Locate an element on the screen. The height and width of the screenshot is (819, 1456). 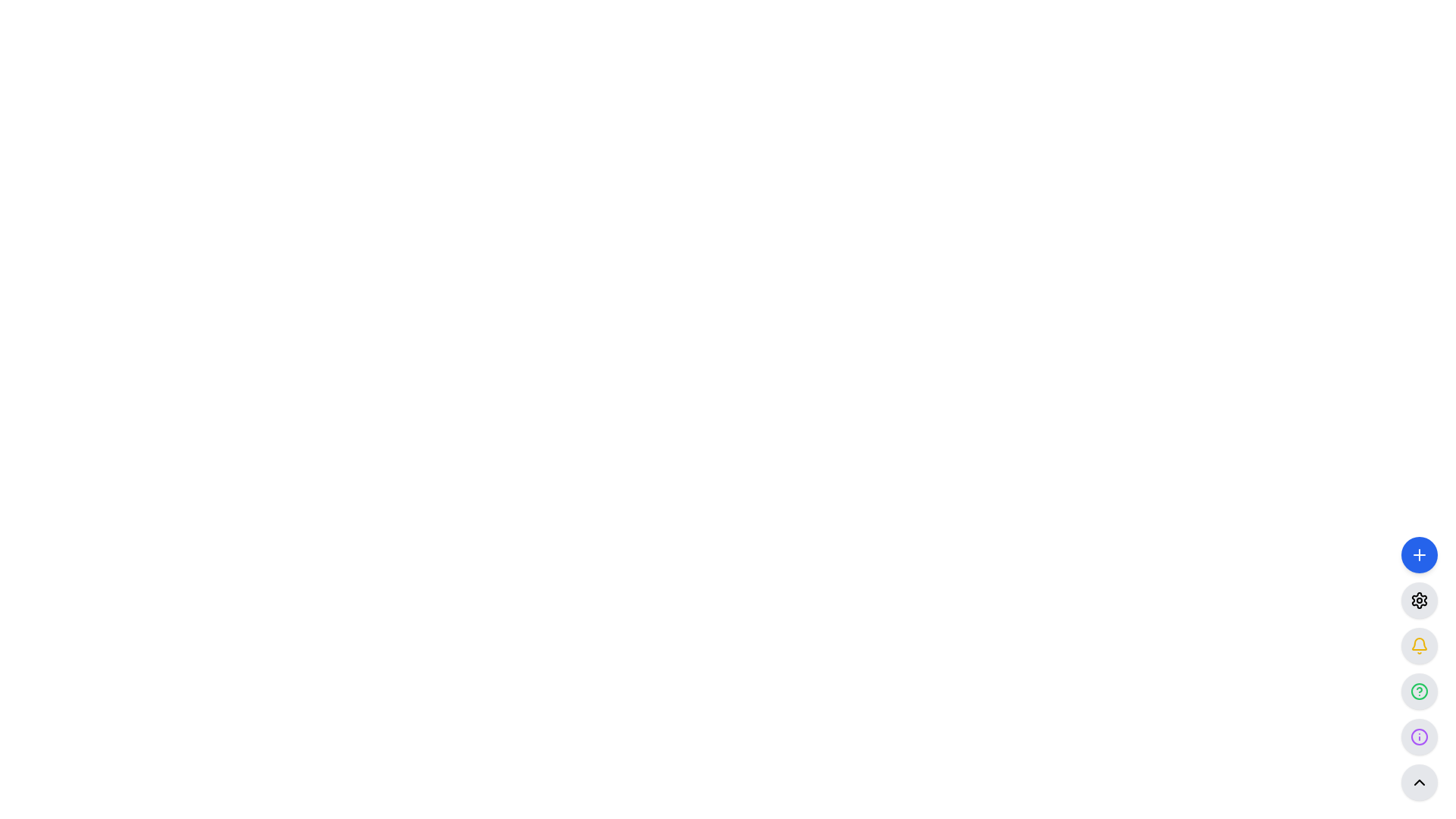
the yellow bell icon located inside a circular button in the third slot of the vertical menu on the right side is located at coordinates (1419, 646).